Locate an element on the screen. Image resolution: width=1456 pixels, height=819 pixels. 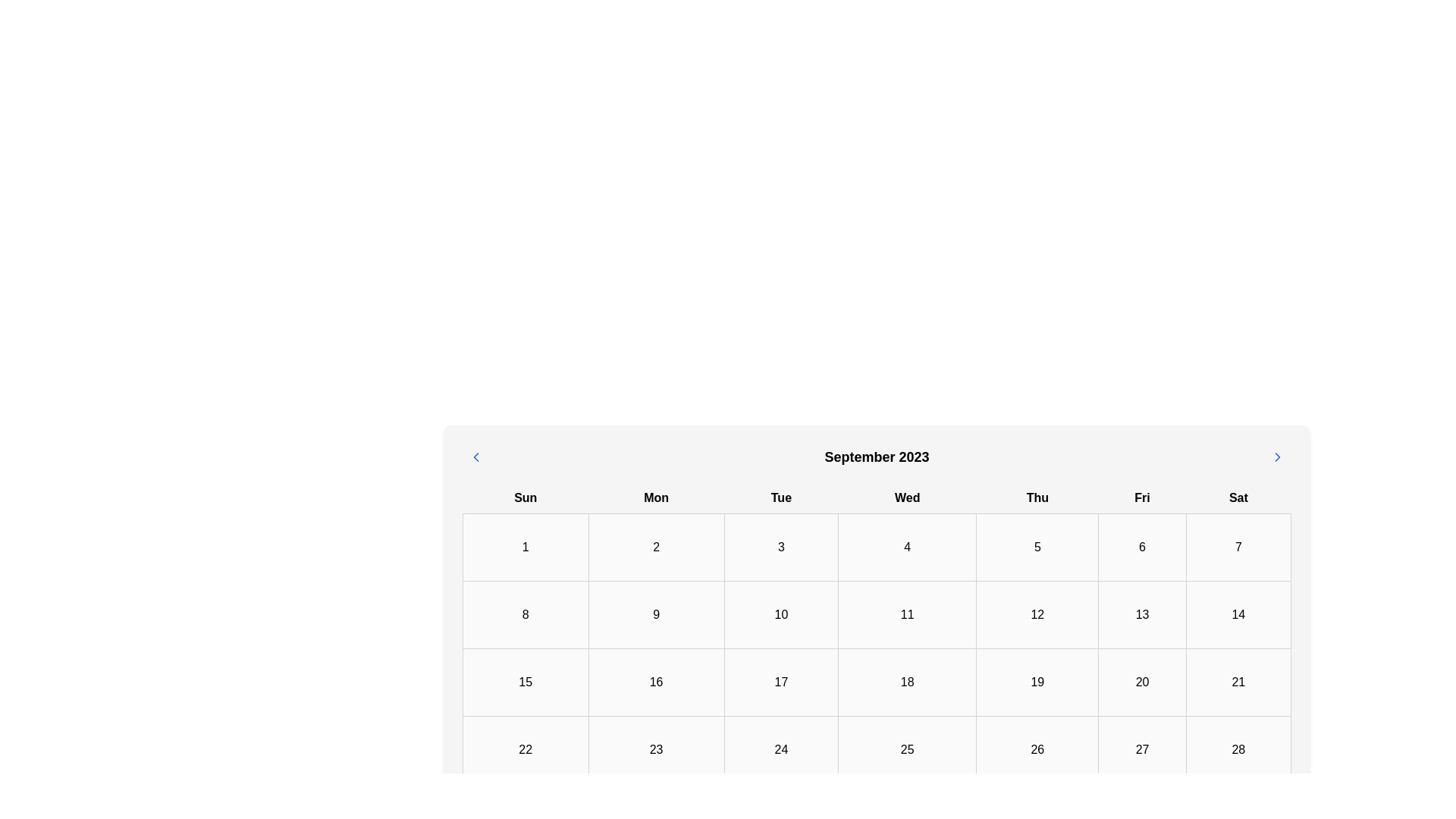
the calendar cell representing the day '18' is located at coordinates (907, 681).